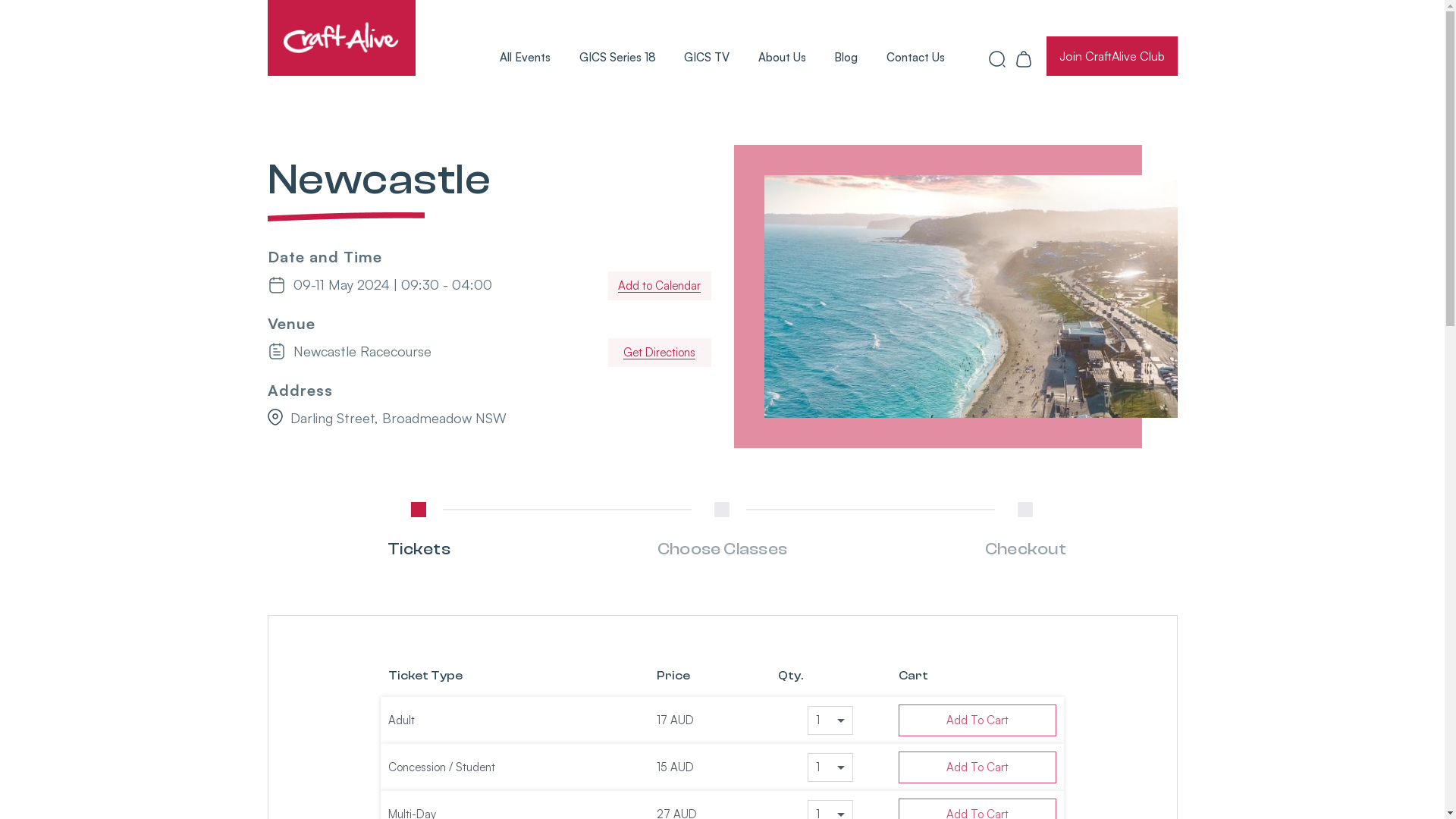  I want to click on 'About Us', so click(747, 57).